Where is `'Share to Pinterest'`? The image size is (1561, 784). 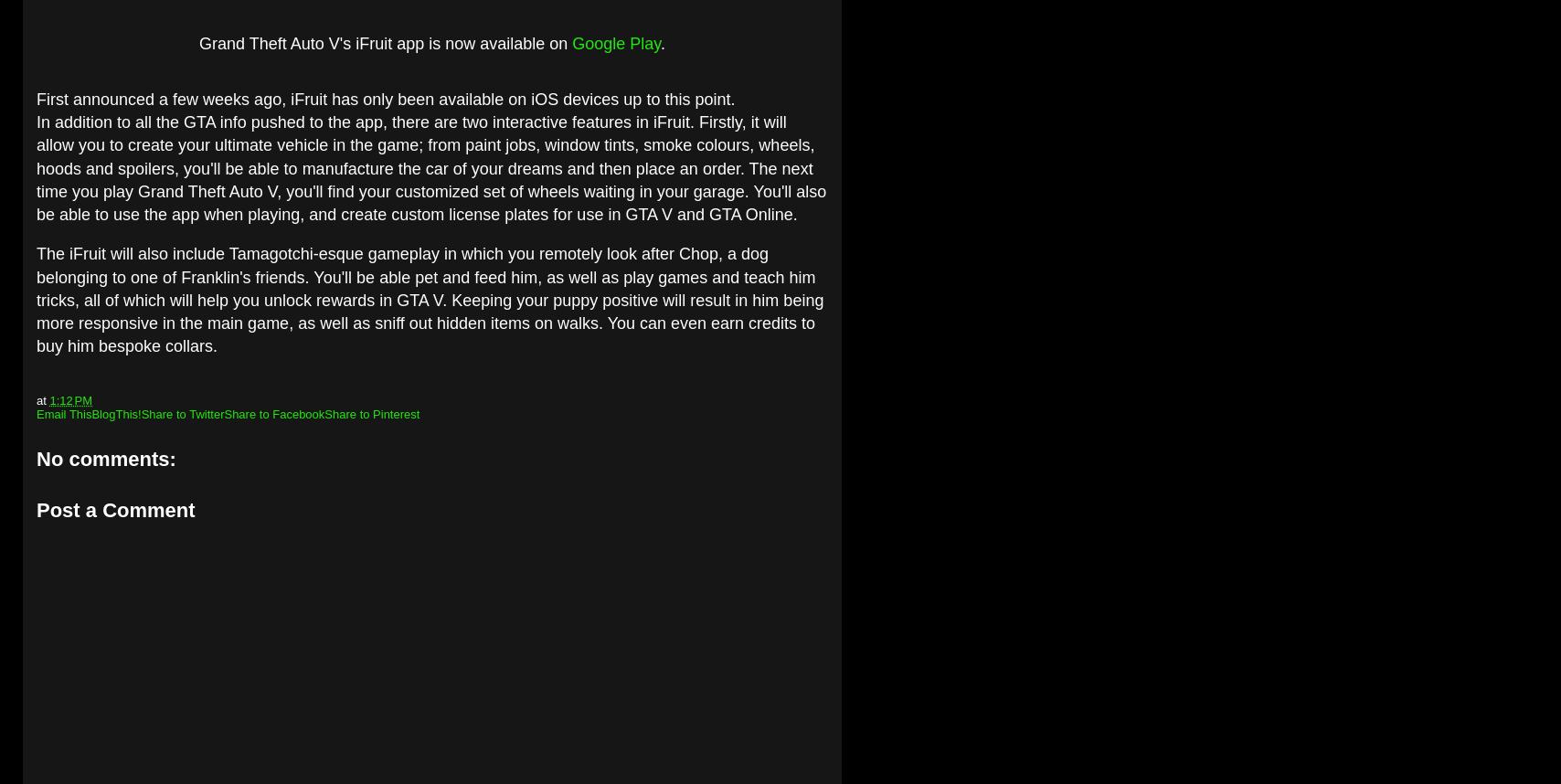
'Share to Pinterest' is located at coordinates (324, 414).